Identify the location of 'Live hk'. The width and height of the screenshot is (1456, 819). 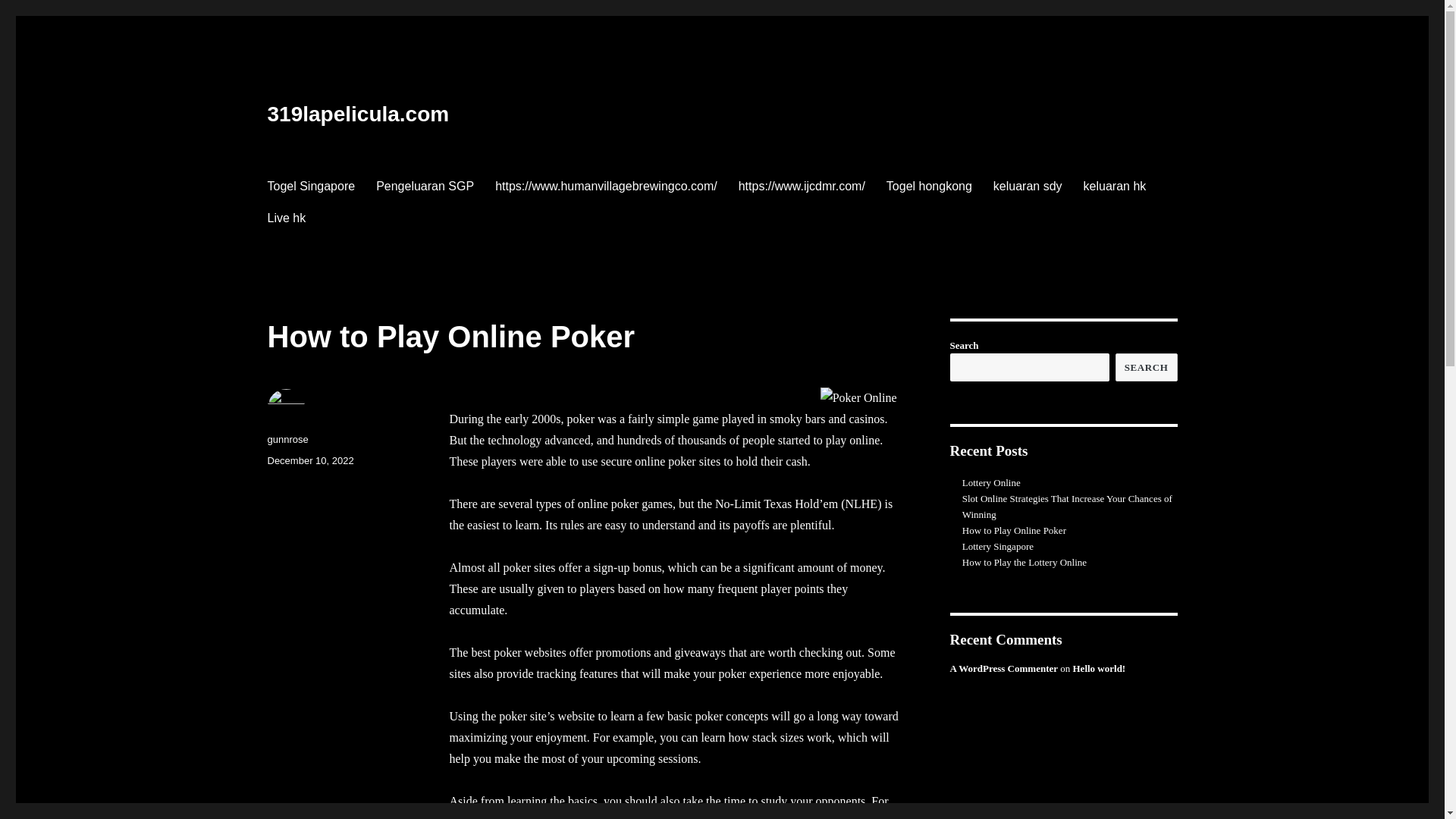
(286, 217).